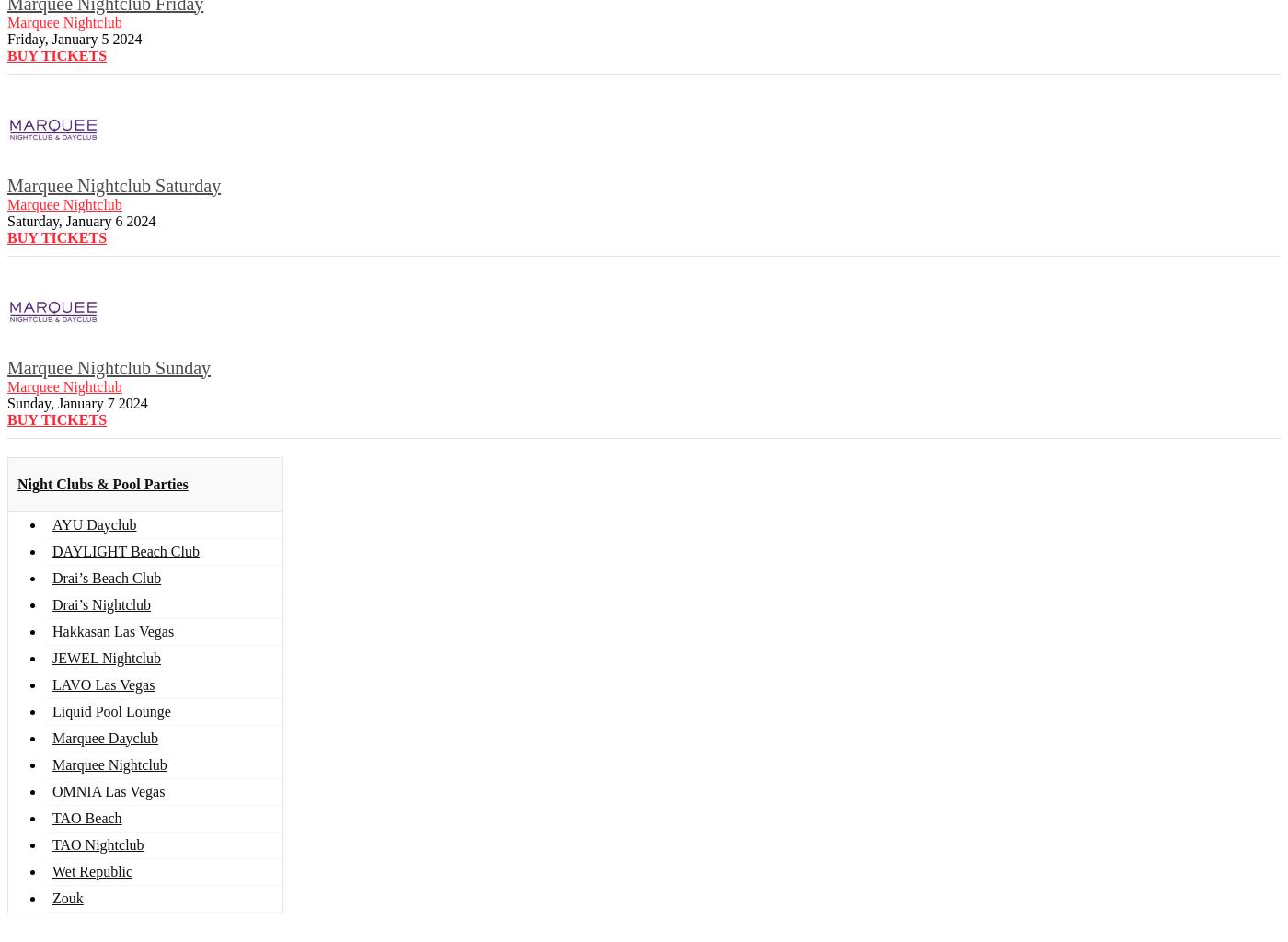 This screenshot has width=1288, height=942. Describe the element at coordinates (113, 185) in the screenshot. I see `'Marquee Nightclub Saturday'` at that location.